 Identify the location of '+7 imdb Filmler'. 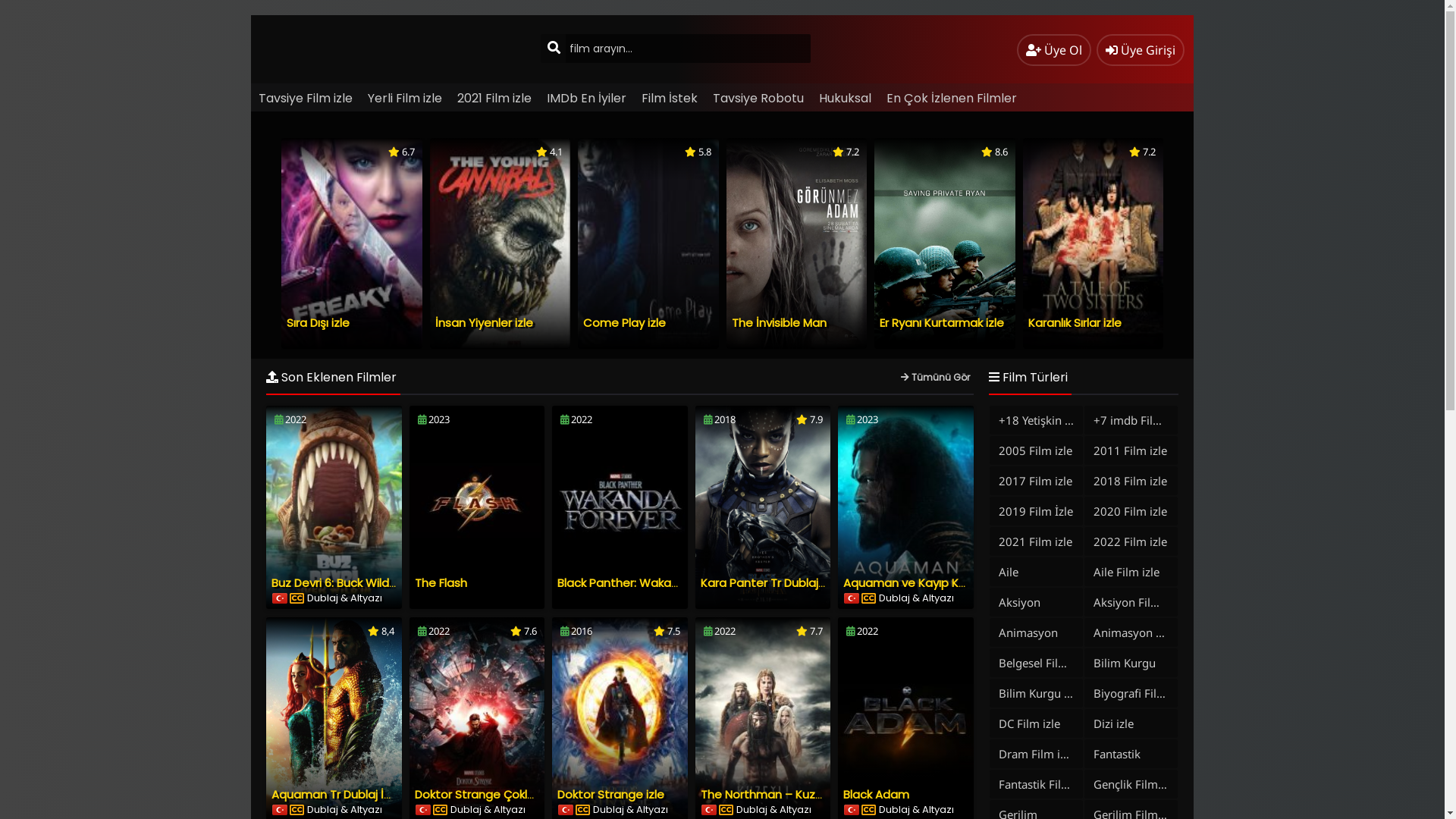
(1131, 420).